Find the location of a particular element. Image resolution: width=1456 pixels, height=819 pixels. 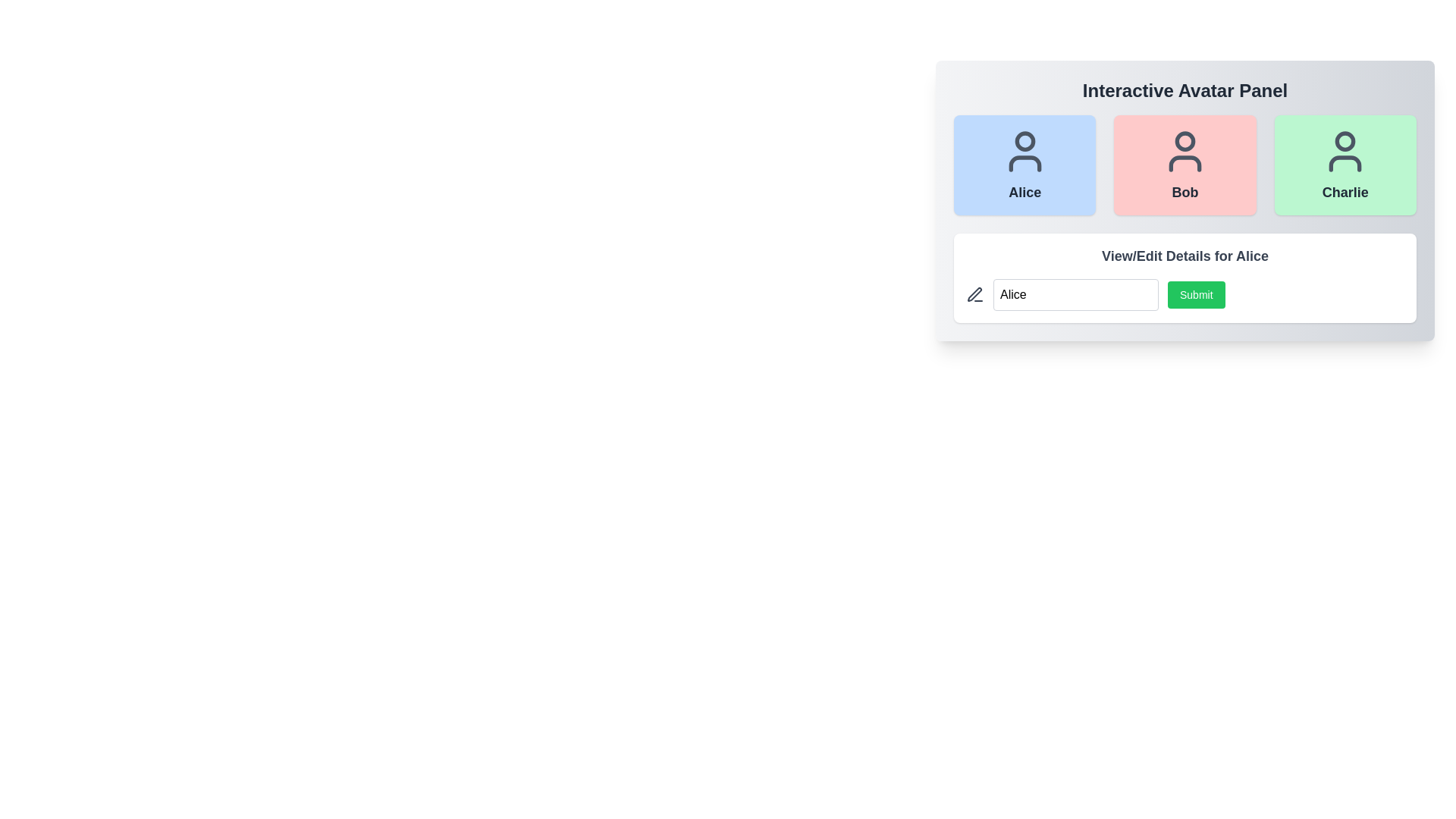

the text label displaying 'Bob' in a bold, large font, located within a pink rectangular card, to focus on it is located at coordinates (1185, 192).